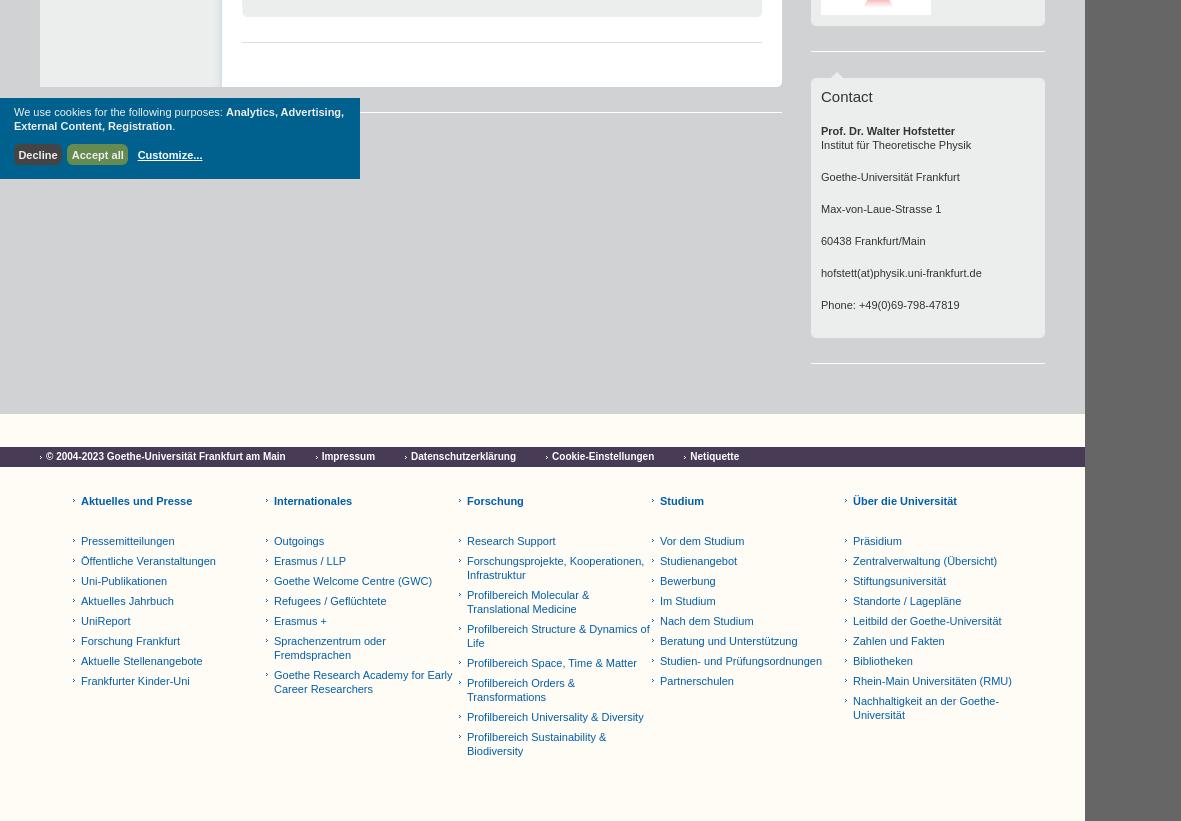 The height and width of the screenshot is (821, 1181). Describe the element at coordinates (298, 541) in the screenshot. I see `'Outgoings'` at that location.